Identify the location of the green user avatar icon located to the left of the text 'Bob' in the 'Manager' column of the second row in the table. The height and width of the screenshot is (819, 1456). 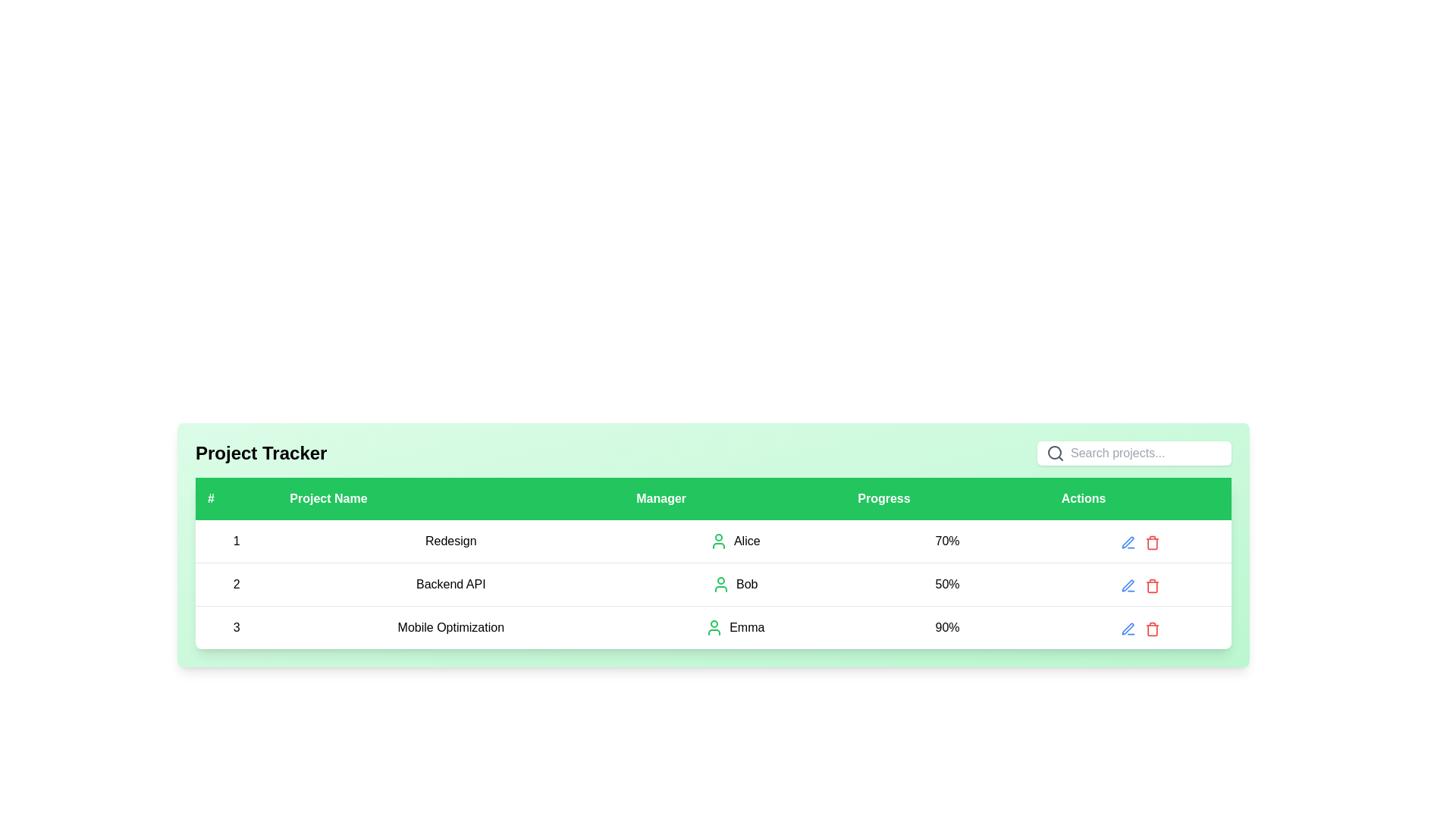
(720, 584).